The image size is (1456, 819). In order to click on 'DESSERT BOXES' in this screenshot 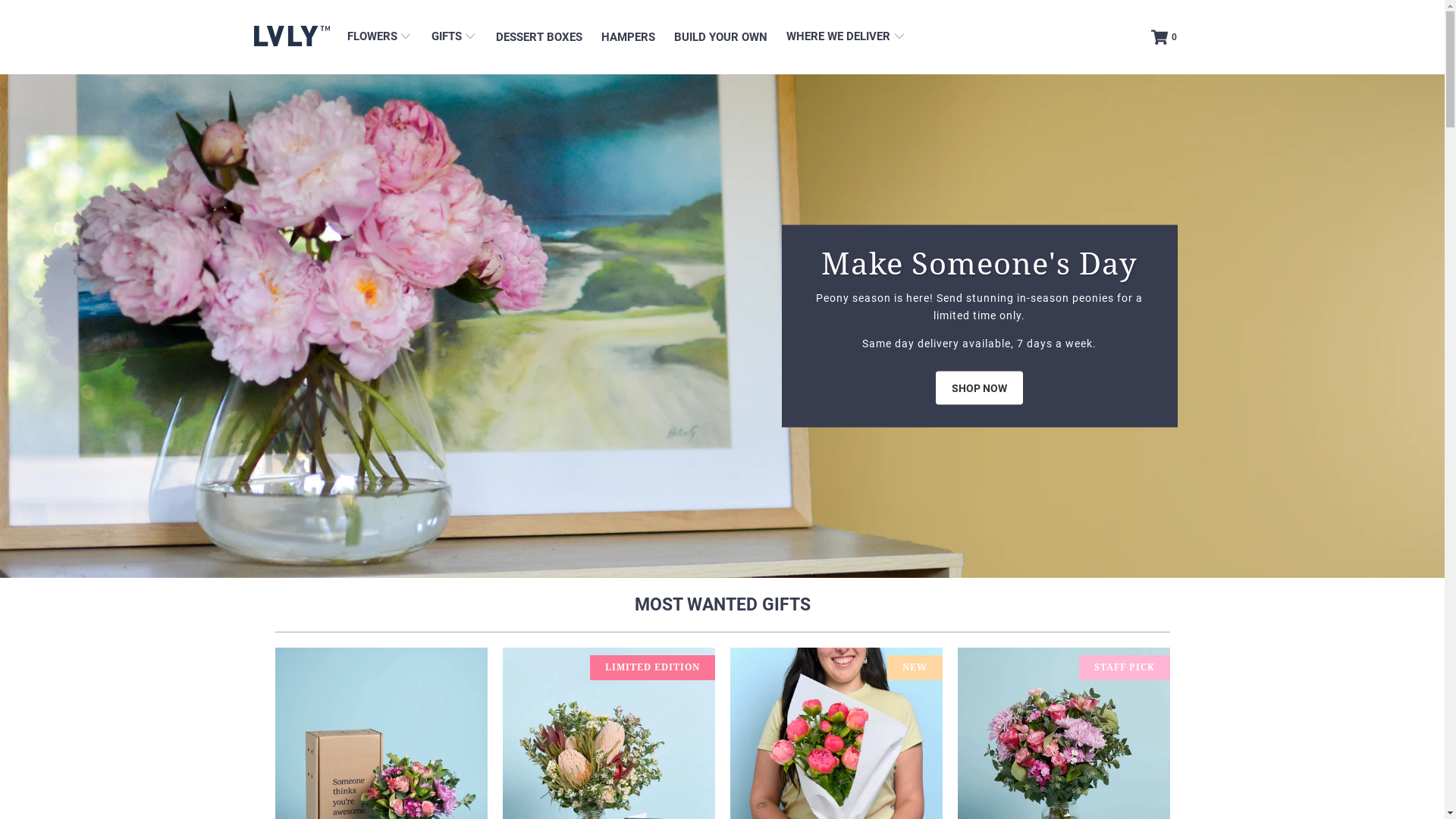, I will do `click(538, 36)`.